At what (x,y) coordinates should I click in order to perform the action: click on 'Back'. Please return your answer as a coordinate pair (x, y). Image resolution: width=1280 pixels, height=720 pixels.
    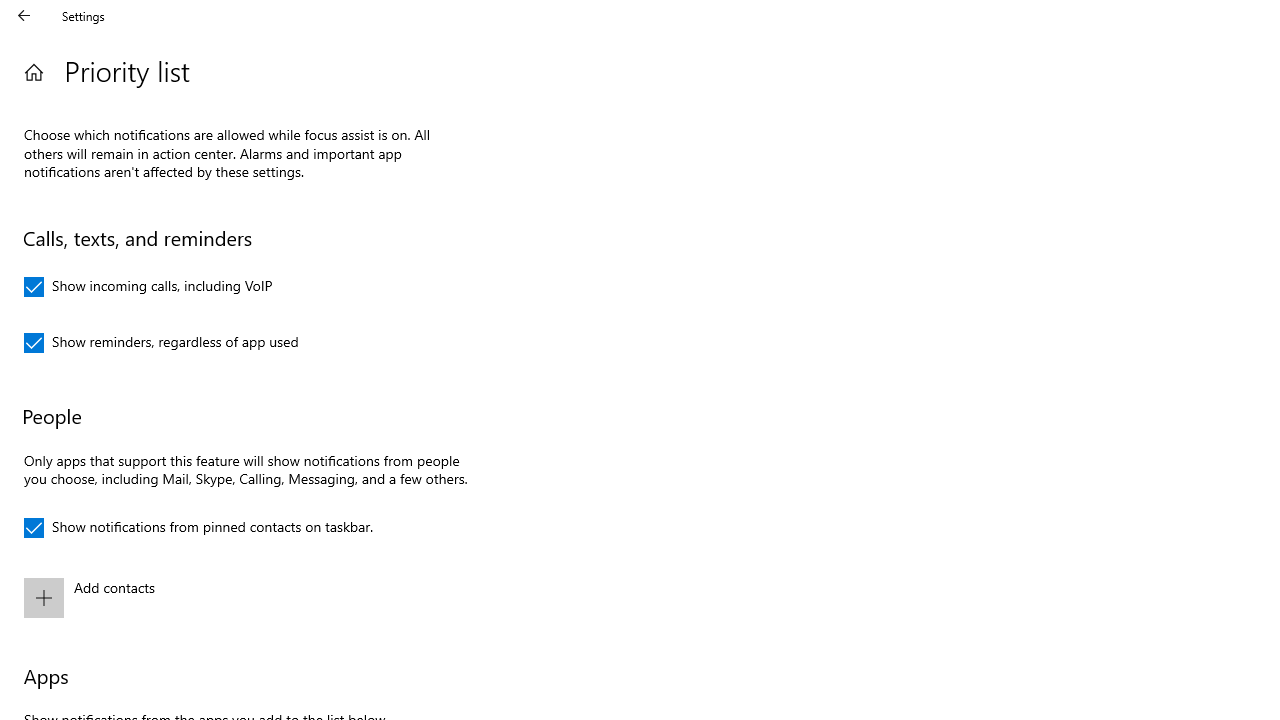
    Looking at the image, I should click on (24, 15).